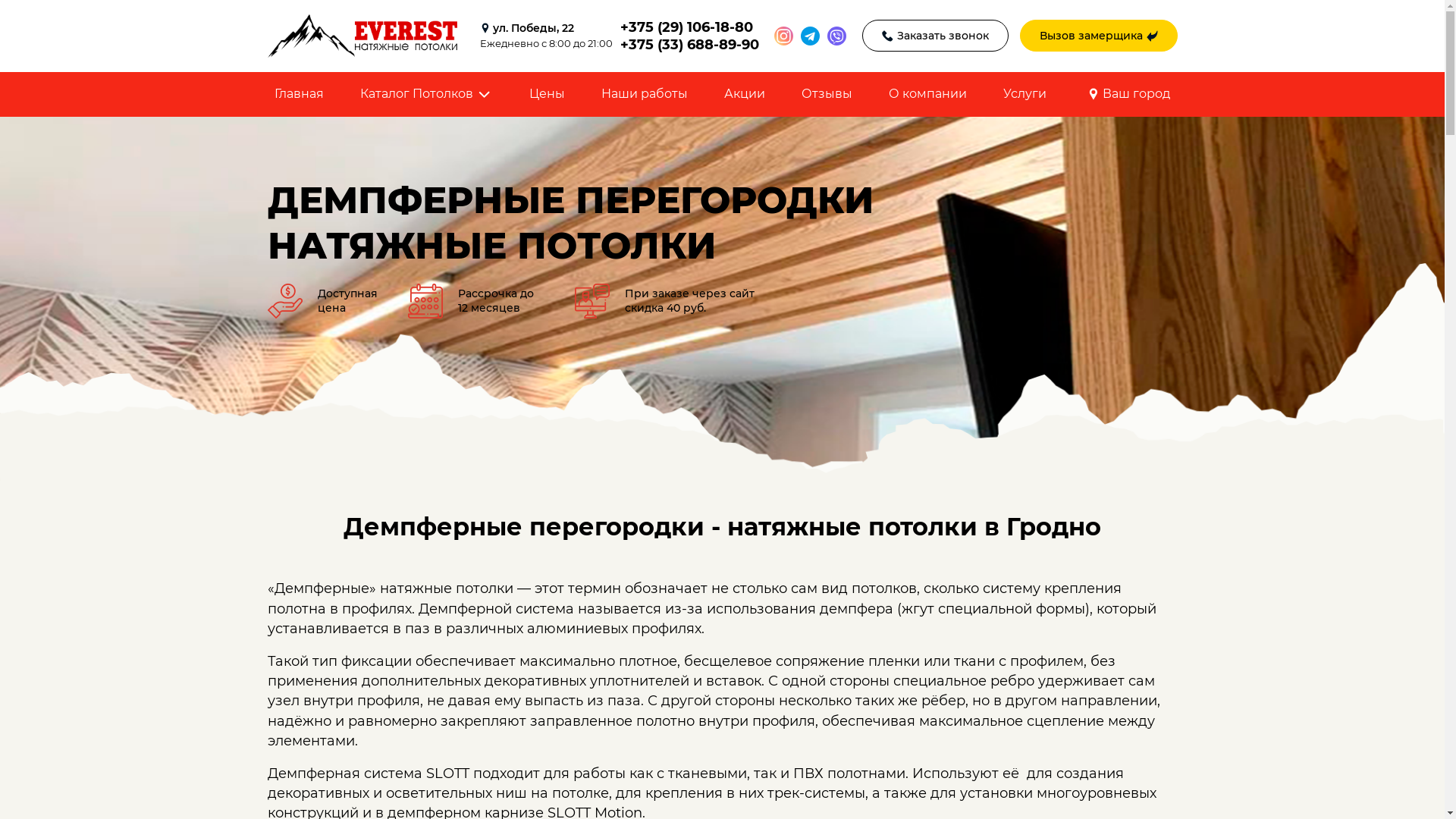  Describe the element at coordinates (689, 27) in the screenshot. I see `'+375 (29) 106-18-80'` at that location.